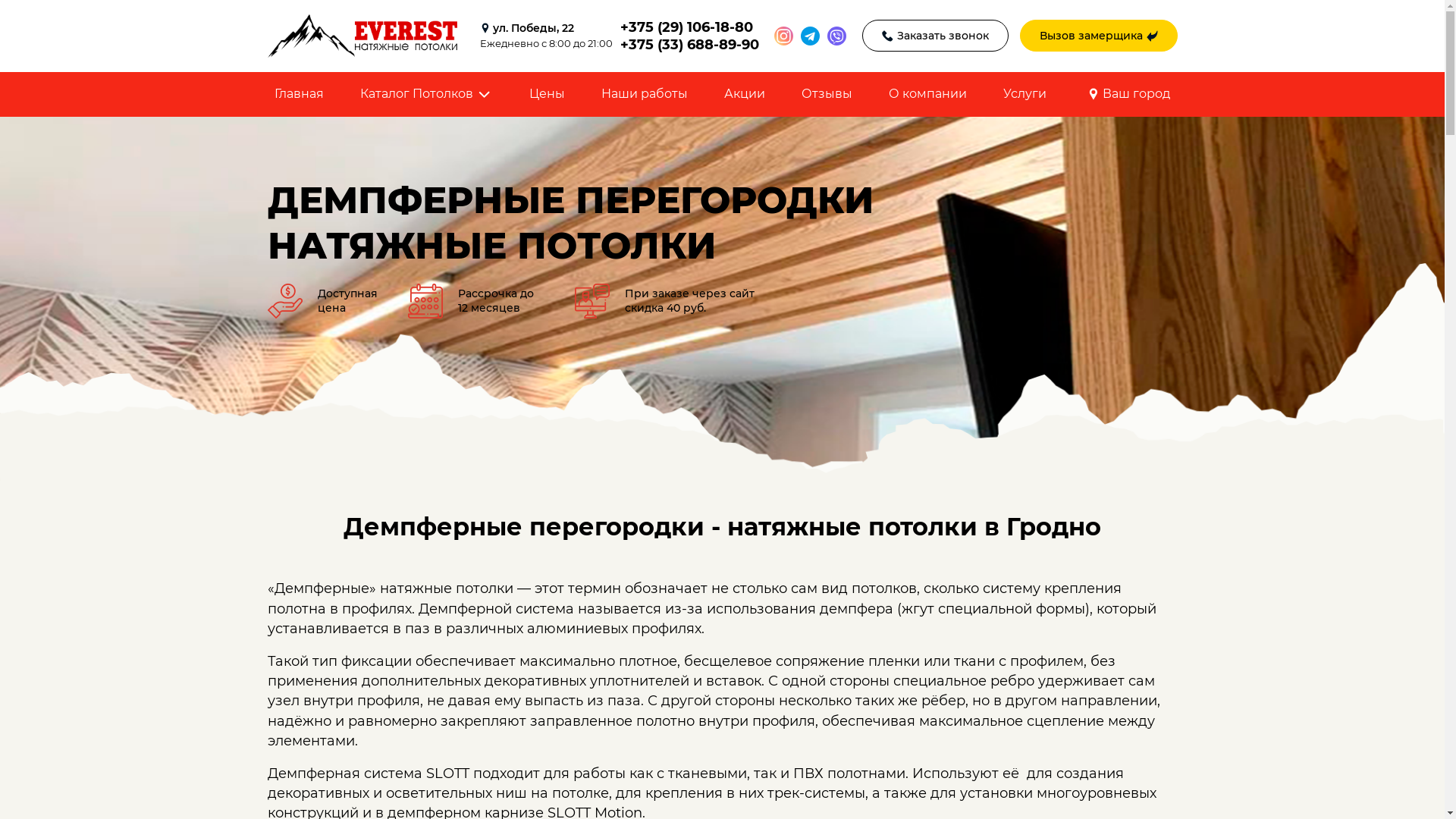  Describe the element at coordinates (689, 27) in the screenshot. I see `'+375 (29) 106-18-80'` at that location.